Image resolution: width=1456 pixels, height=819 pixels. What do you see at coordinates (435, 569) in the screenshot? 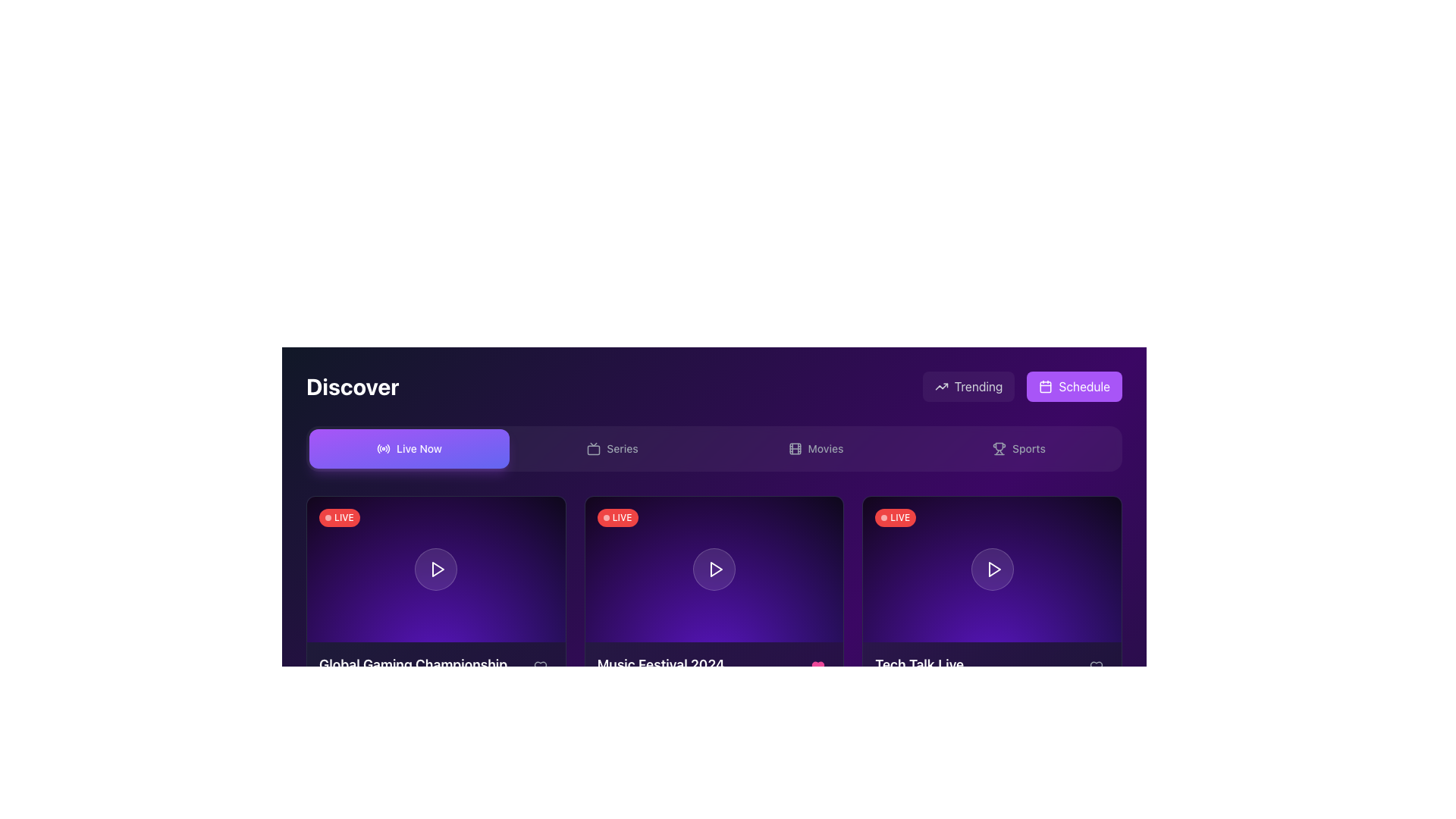
I see `the play button located within the 'LIVE' card component to initiate video playback` at bounding box center [435, 569].